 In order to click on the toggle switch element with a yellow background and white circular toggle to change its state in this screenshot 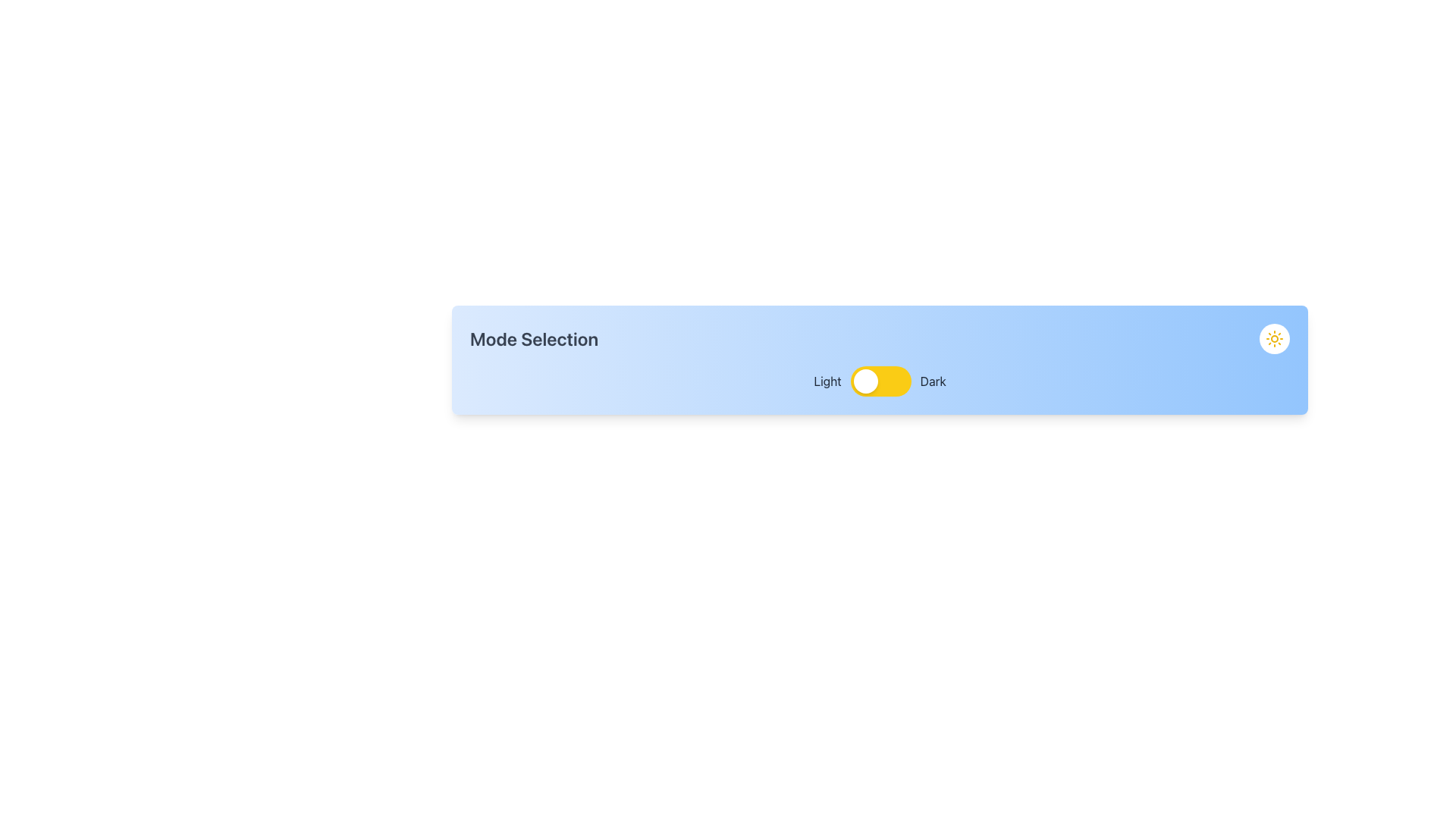, I will do `click(880, 380)`.